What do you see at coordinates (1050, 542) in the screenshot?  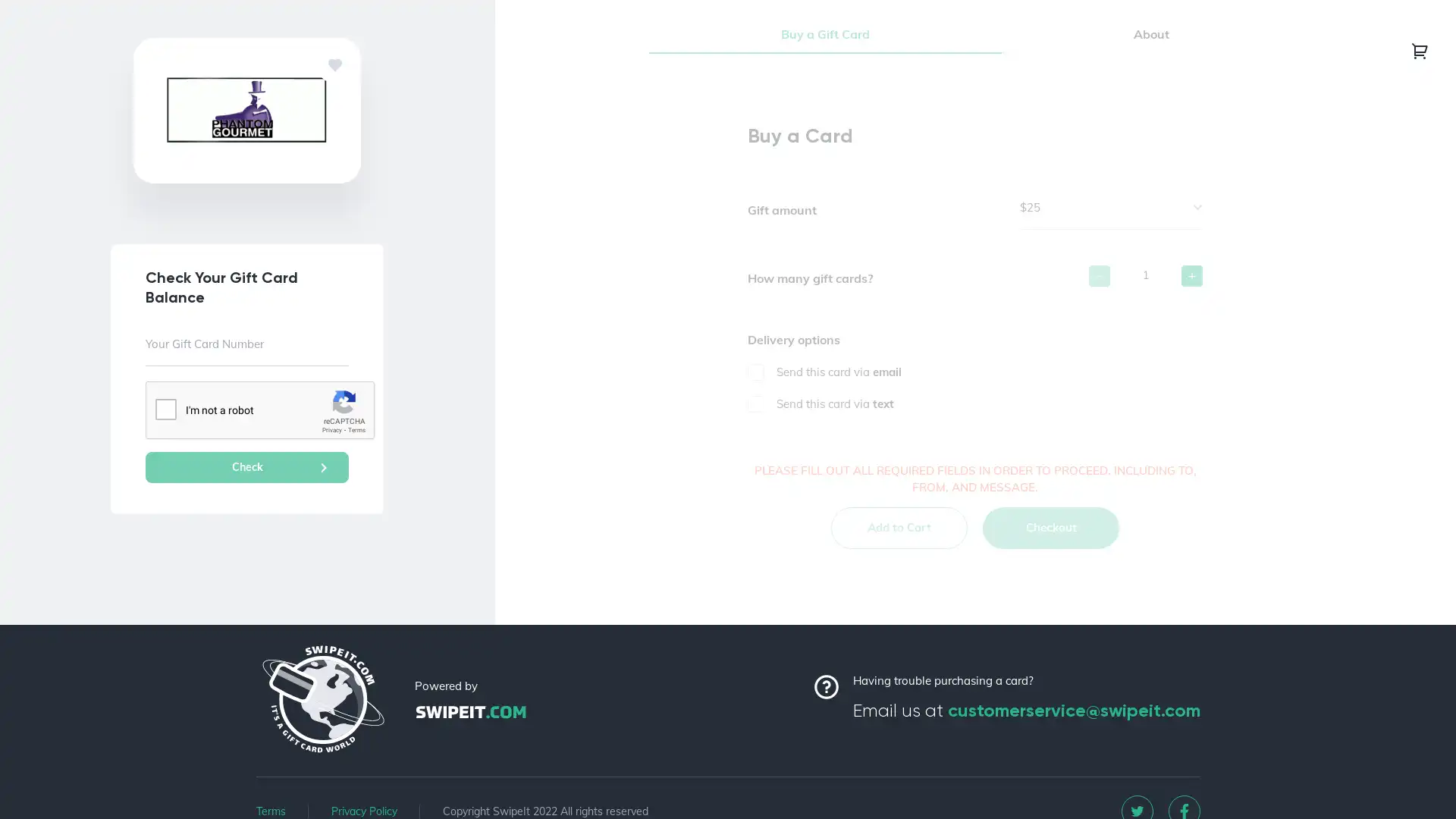 I see `Checkout` at bounding box center [1050, 542].